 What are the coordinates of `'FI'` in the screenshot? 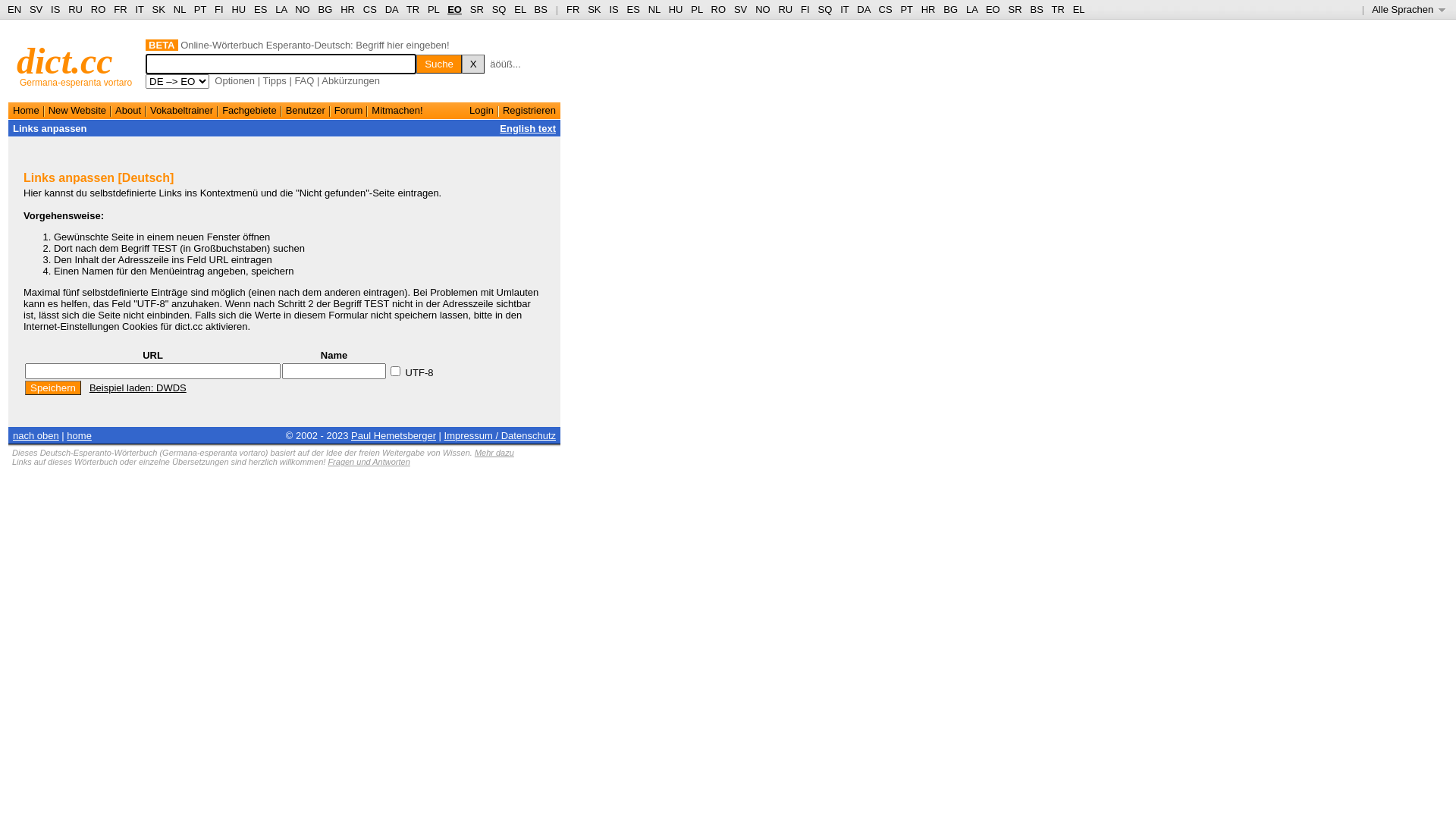 It's located at (800, 9).